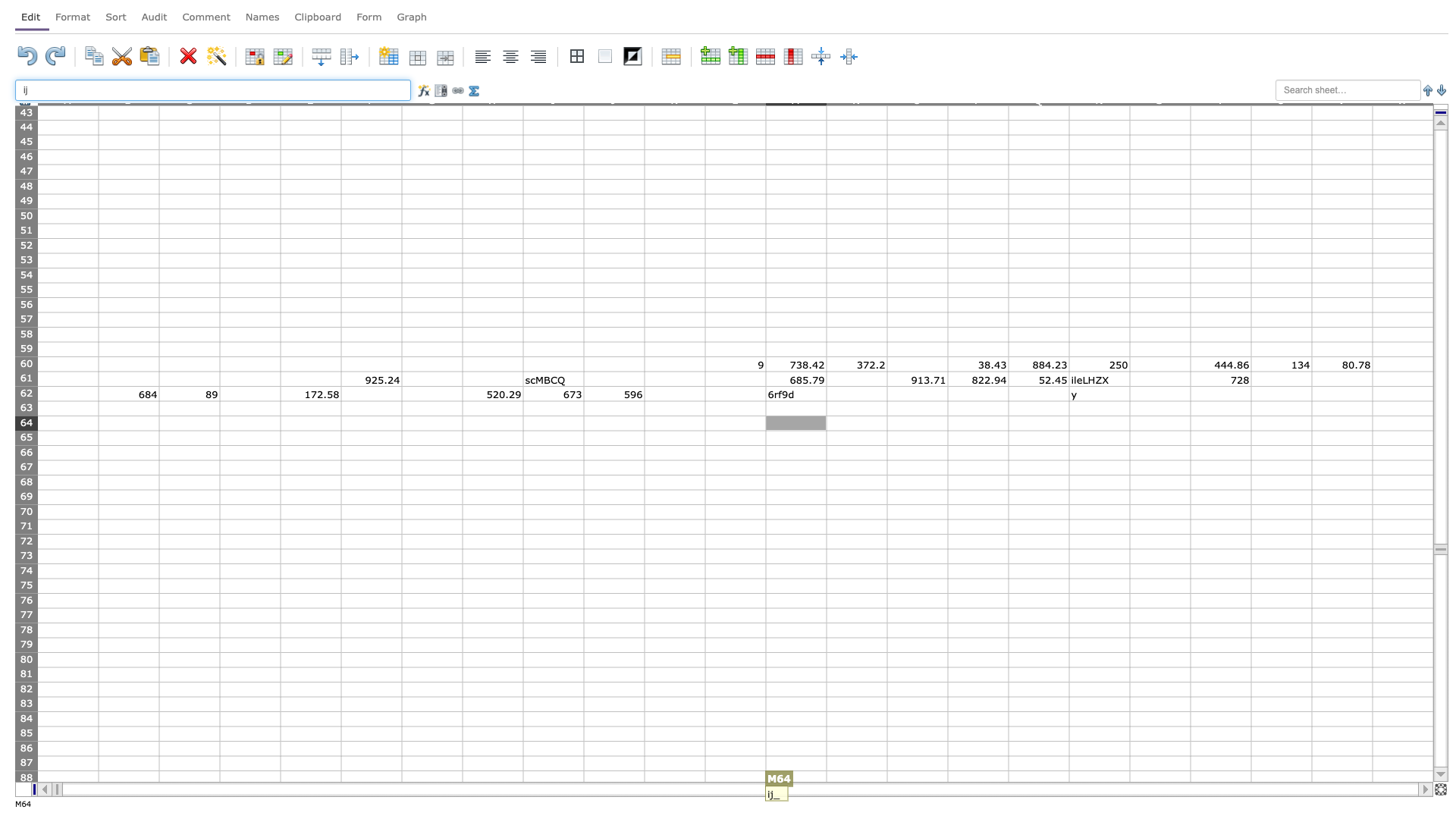  Describe the element at coordinates (825, 733) in the screenshot. I see `left edge at column N row 85` at that location.